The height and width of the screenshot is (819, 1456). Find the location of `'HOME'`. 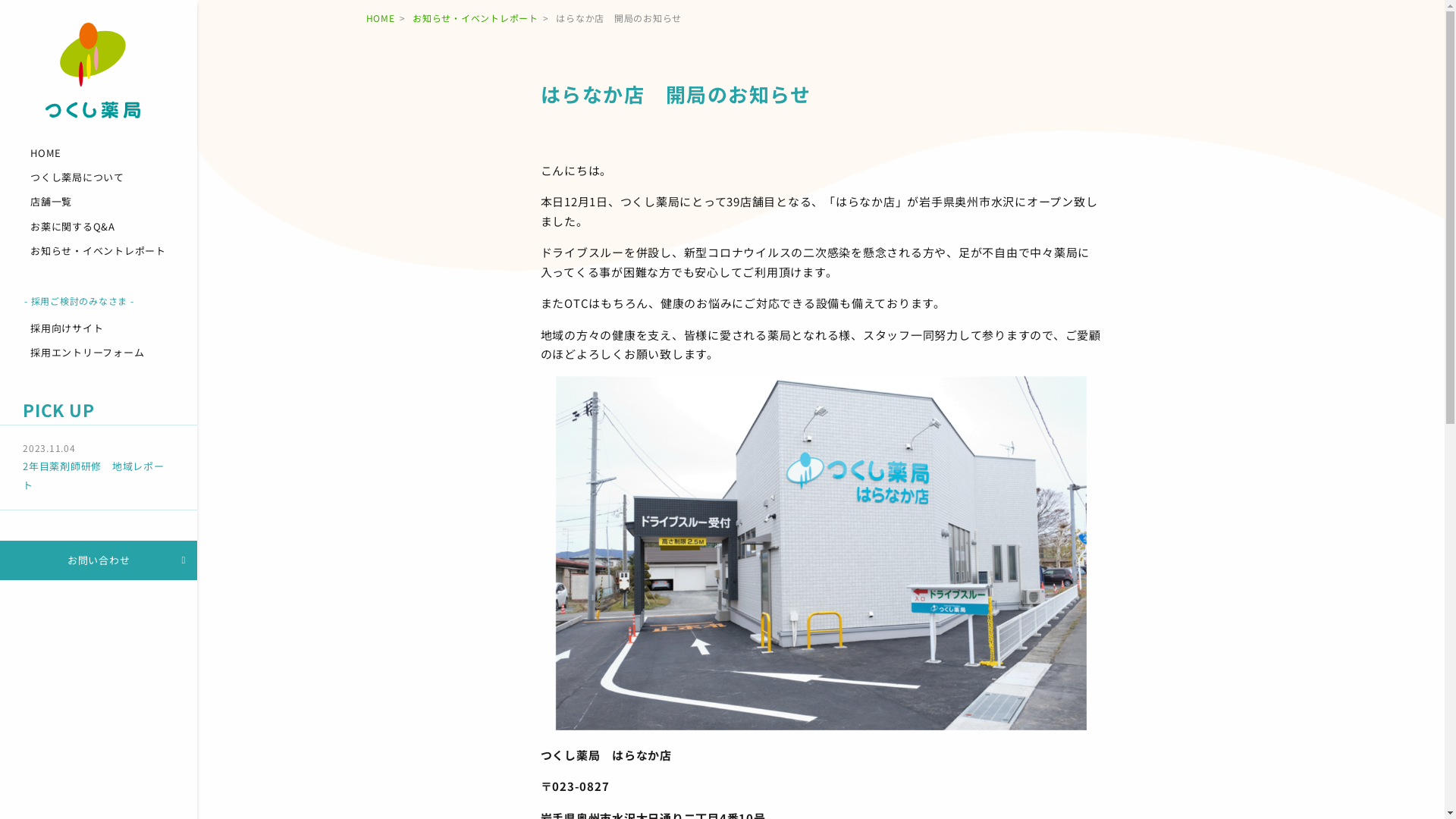

'HOME' is located at coordinates (97, 152).